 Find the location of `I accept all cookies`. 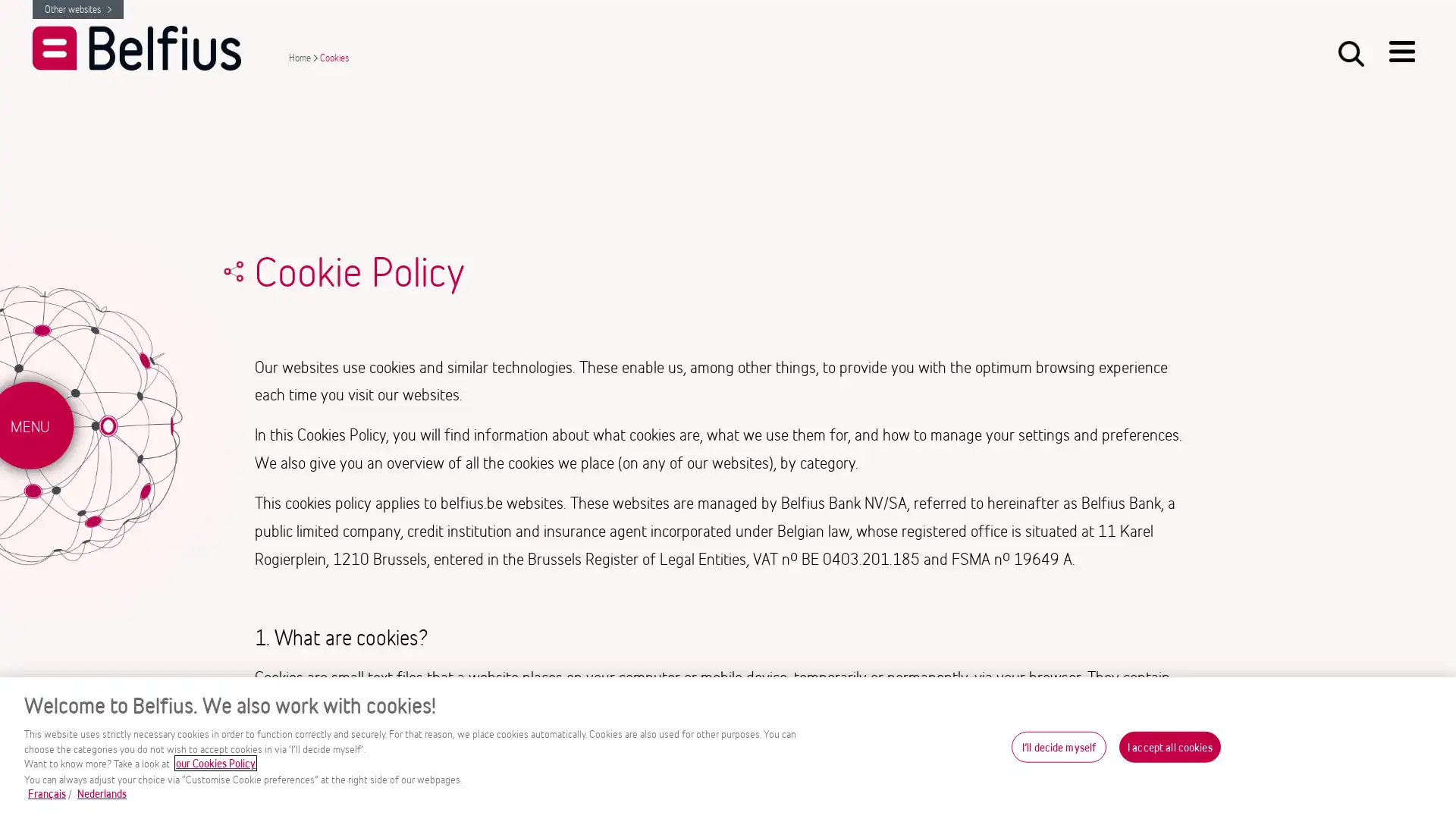

I accept all cookies is located at coordinates (1169, 745).